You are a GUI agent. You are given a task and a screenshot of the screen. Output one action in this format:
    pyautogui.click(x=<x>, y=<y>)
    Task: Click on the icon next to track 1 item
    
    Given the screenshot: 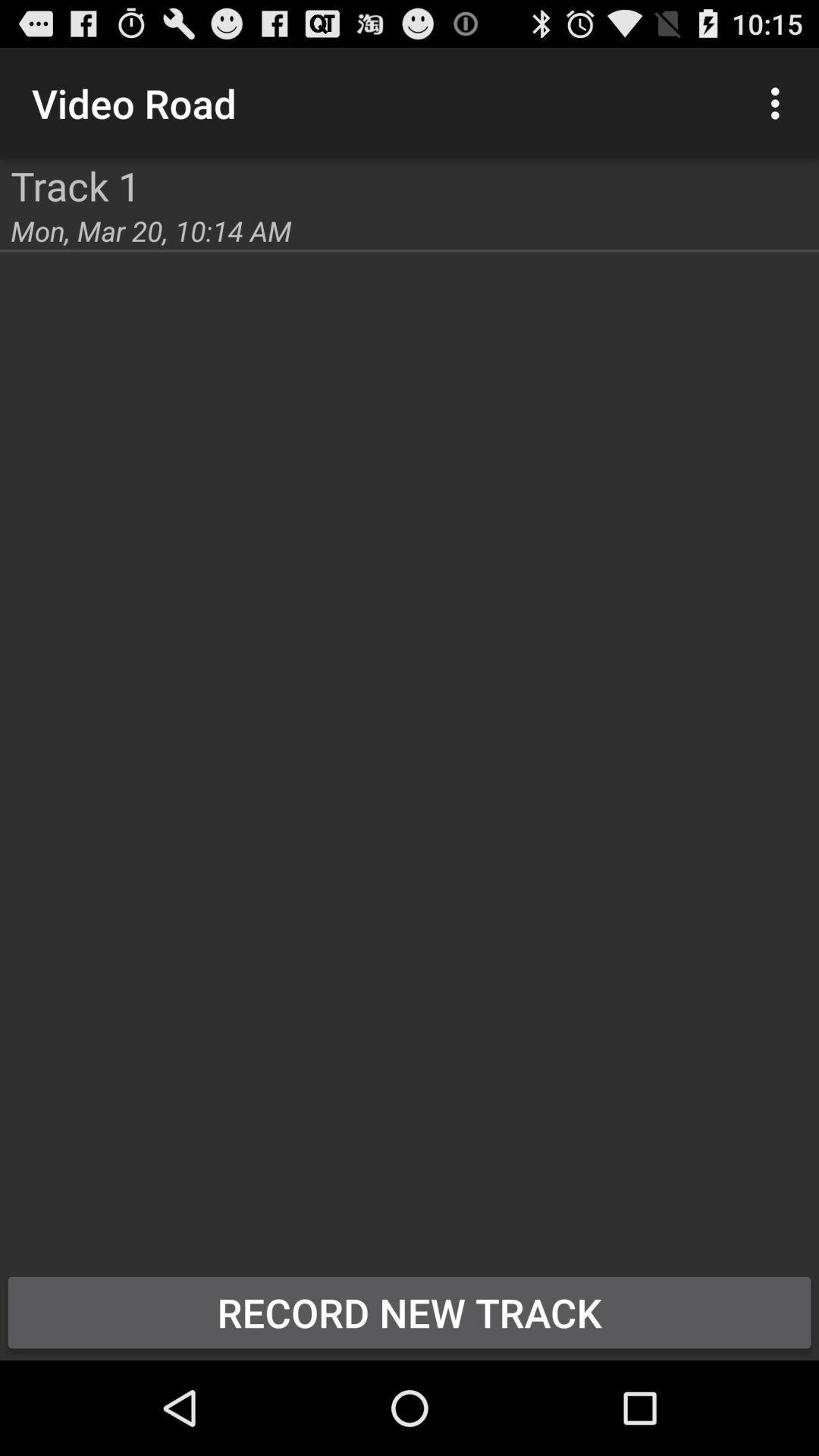 What is the action you would take?
    pyautogui.click(x=0, y=159)
    